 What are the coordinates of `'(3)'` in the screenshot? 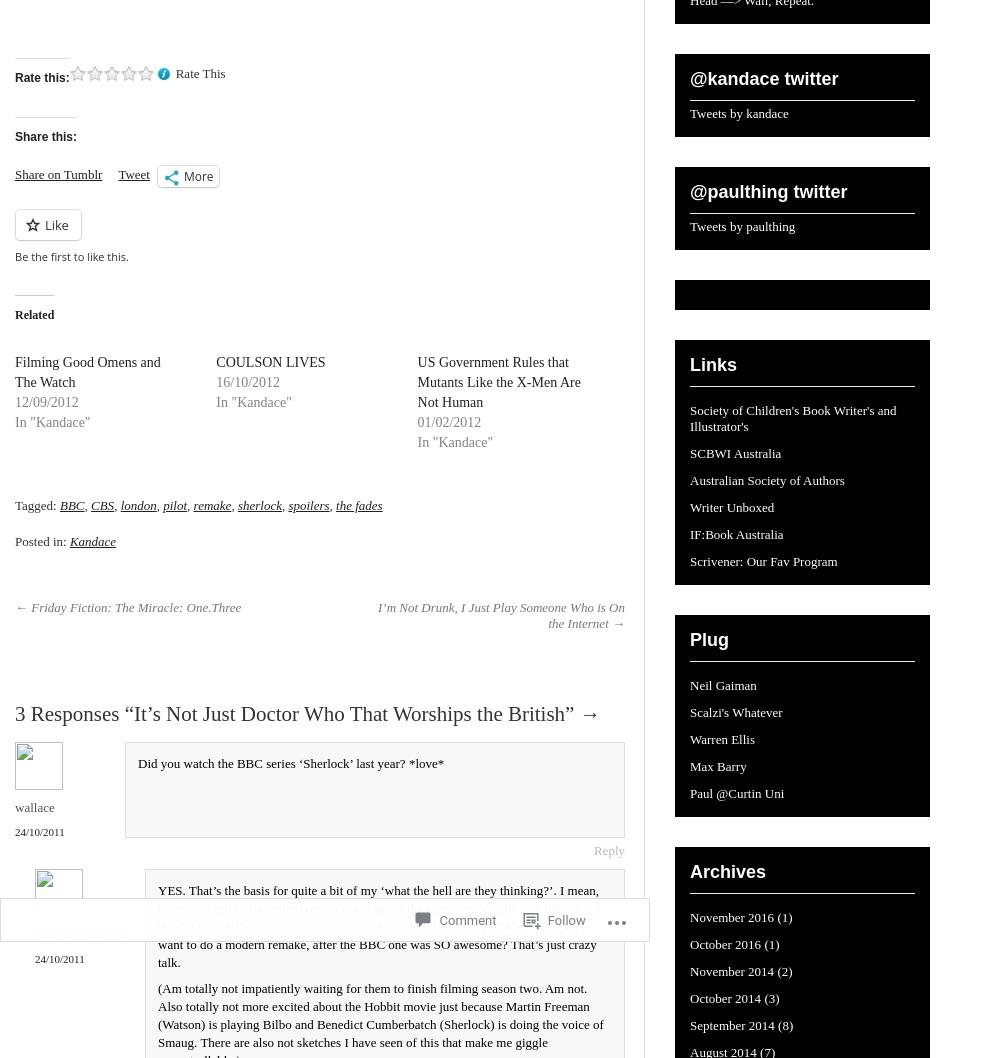 It's located at (761, 996).